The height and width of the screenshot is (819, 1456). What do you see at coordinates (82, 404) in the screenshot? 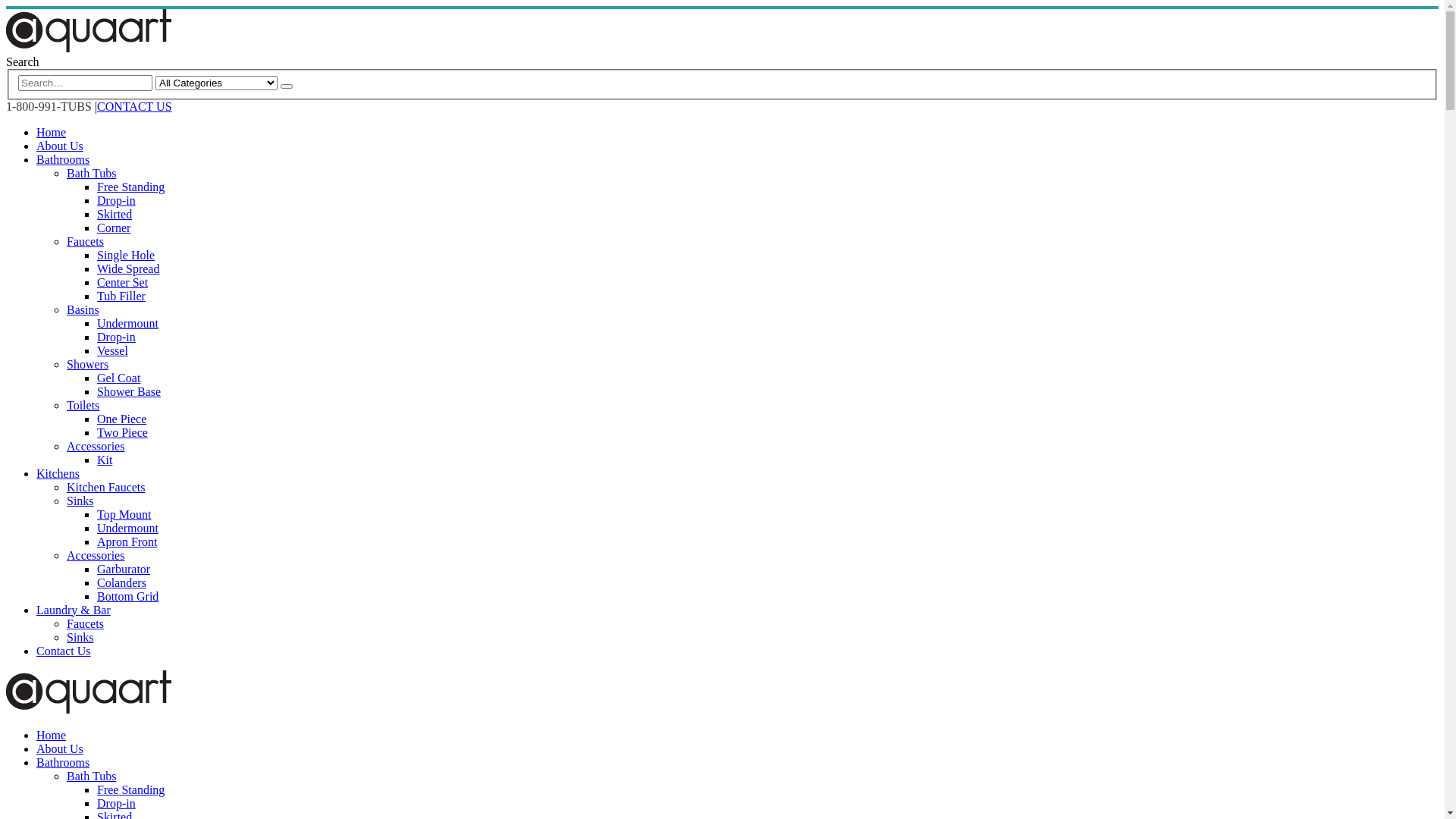
I see `'Toilets'` at bounding box center [82, 404].